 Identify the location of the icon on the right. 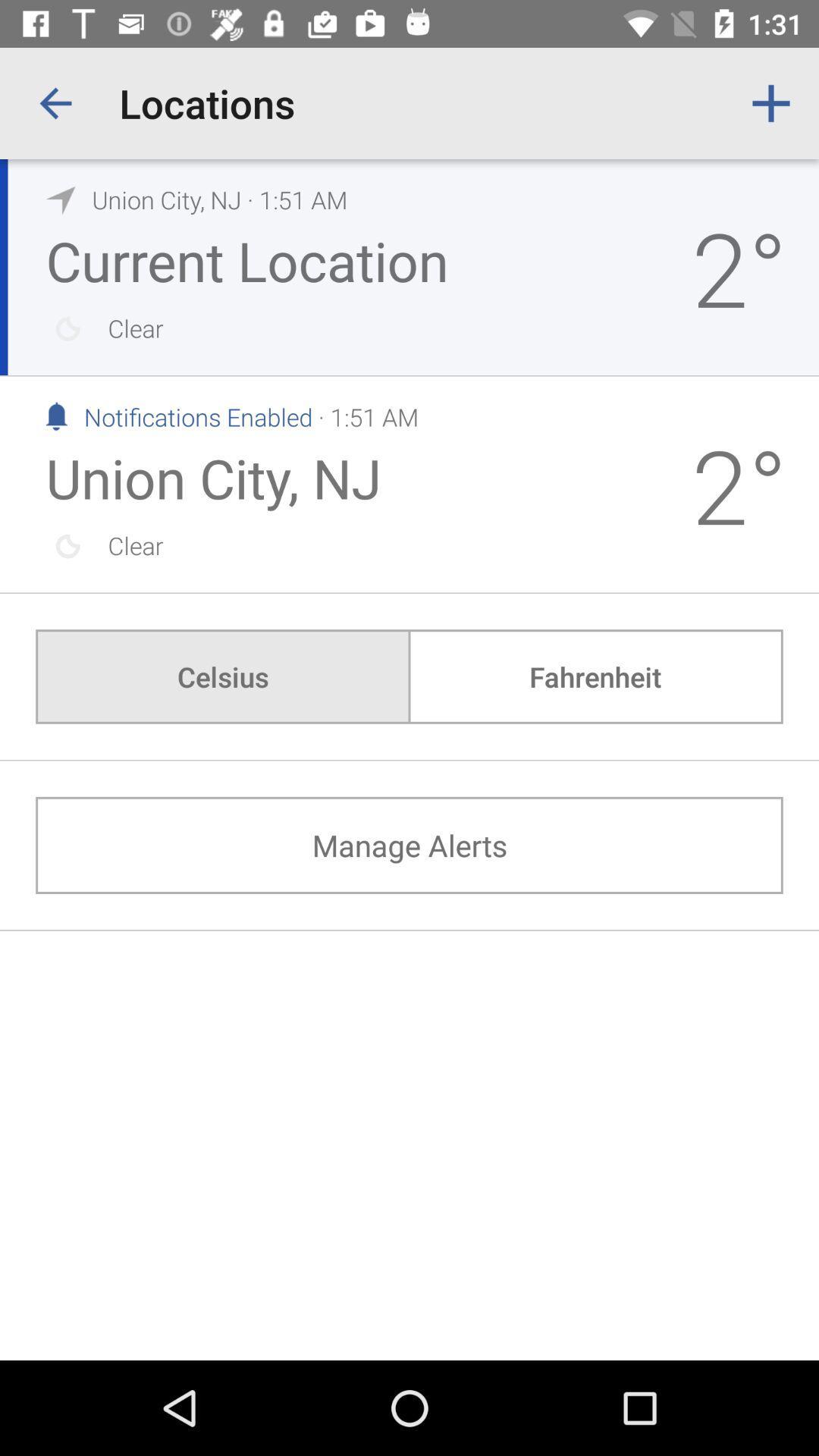
(595, 676).